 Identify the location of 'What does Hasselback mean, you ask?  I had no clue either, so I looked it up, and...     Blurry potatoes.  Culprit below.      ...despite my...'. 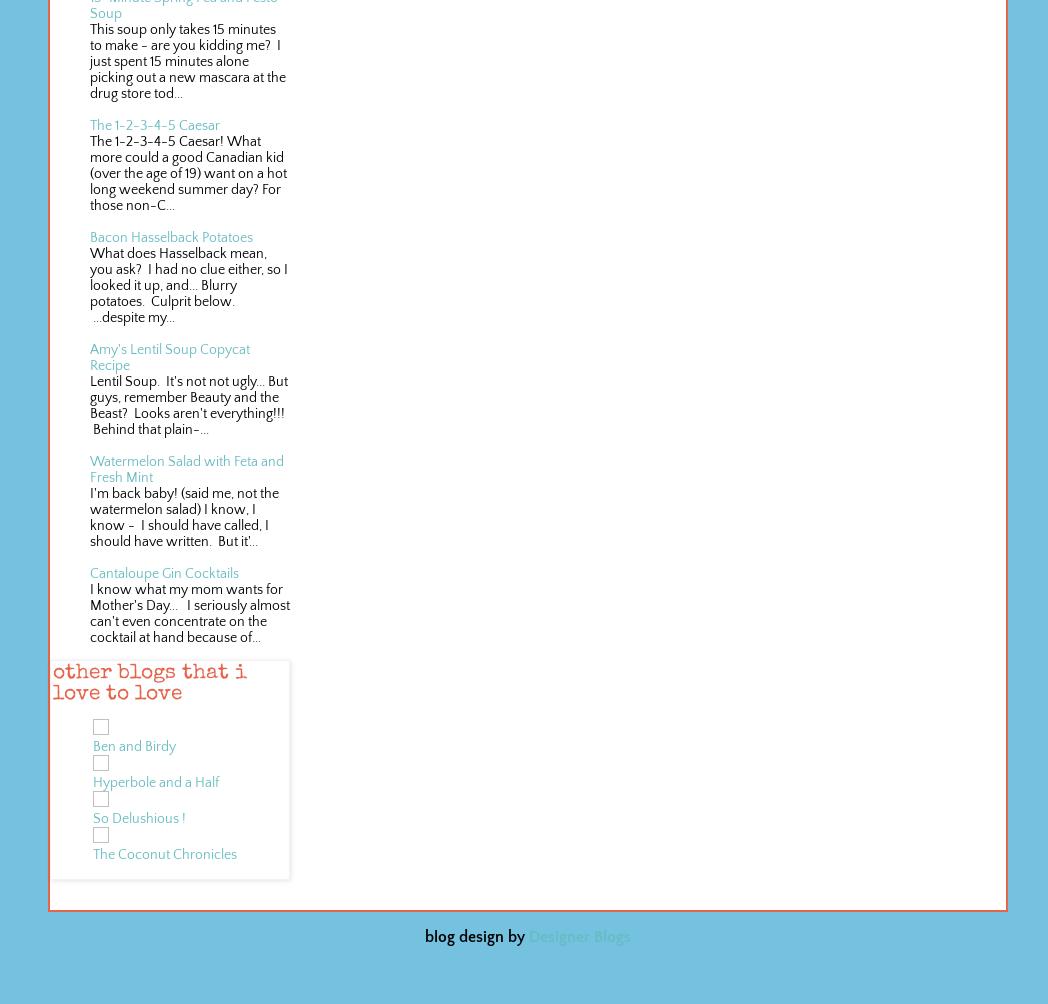
(187, 286).